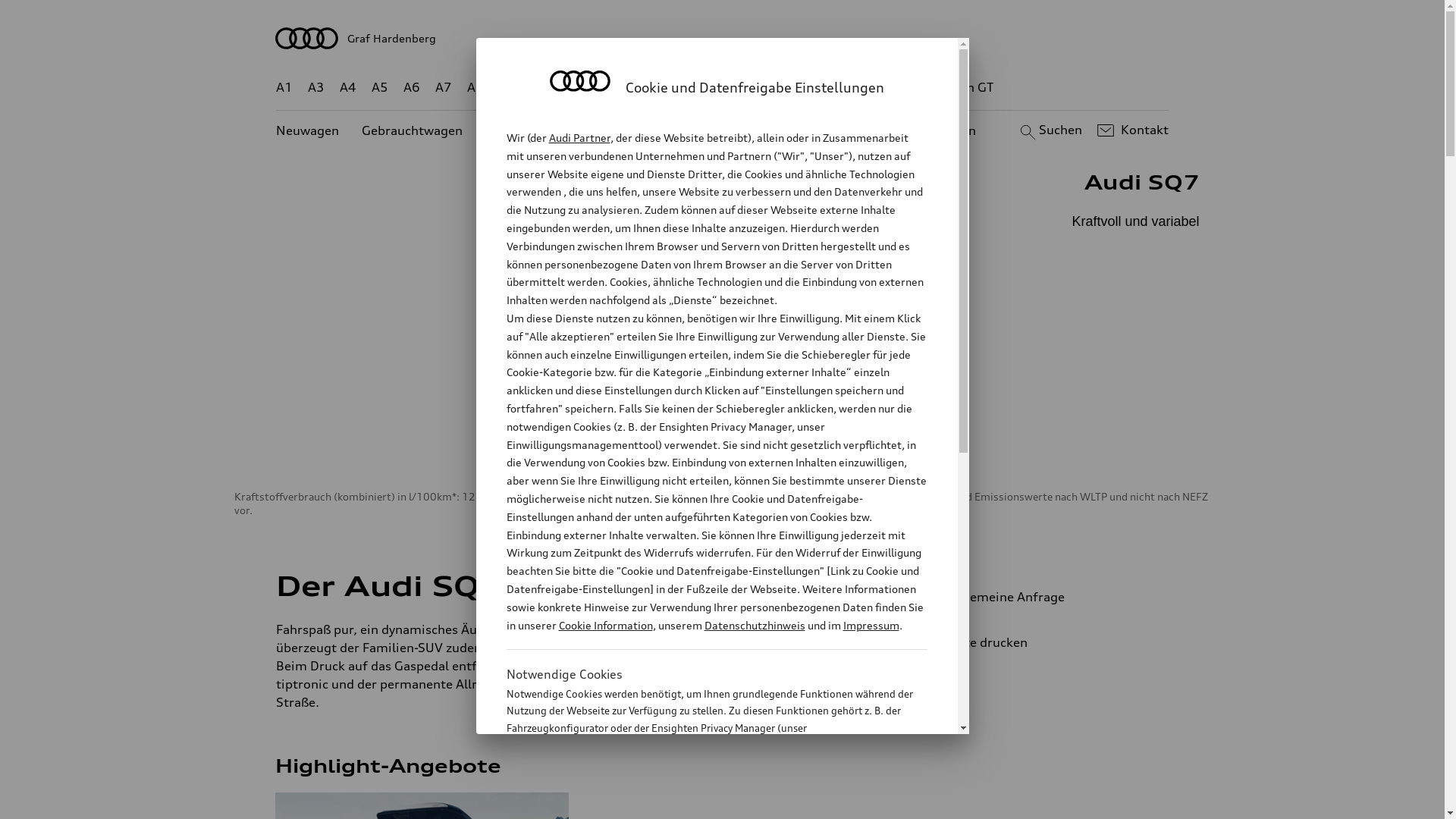 Image resolution: width=1456 pixels, height=819 pixels. Describe the element at coordinates (937, 87) in the screenshot. I see `'e-tron GT'` at that location.